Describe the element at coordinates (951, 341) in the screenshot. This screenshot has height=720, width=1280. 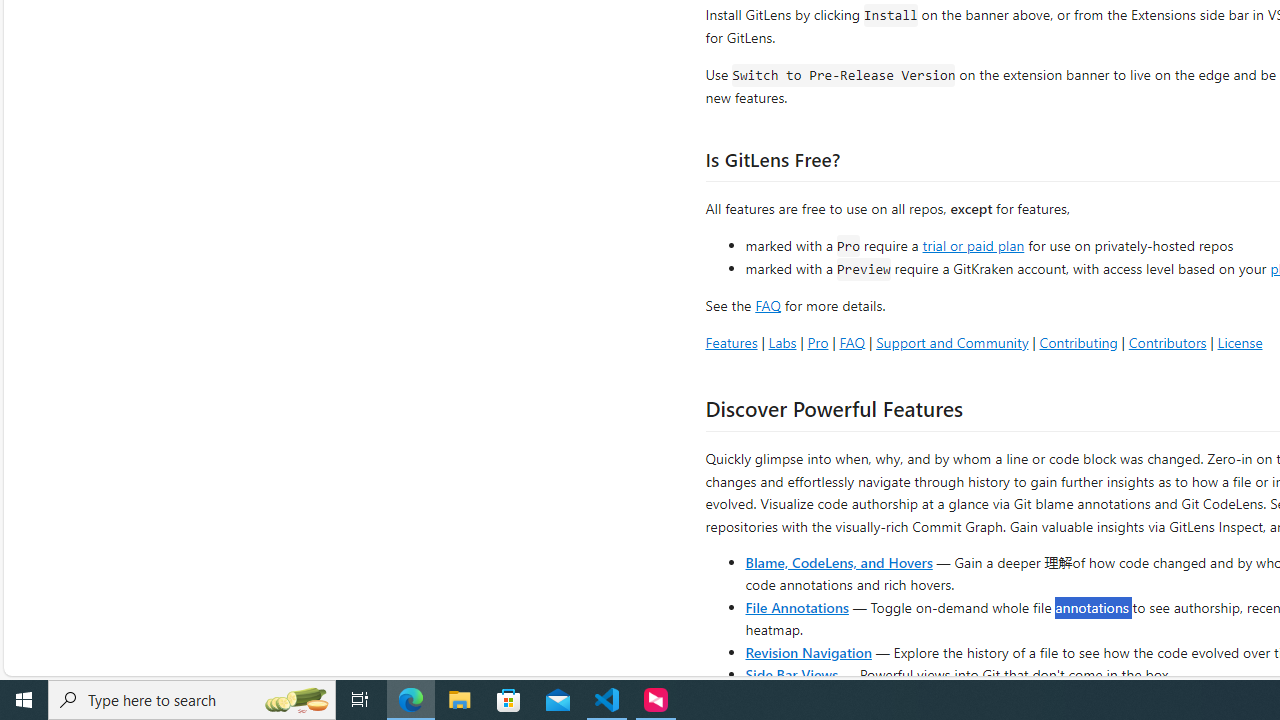
I see `'Support and Community'` at that location.